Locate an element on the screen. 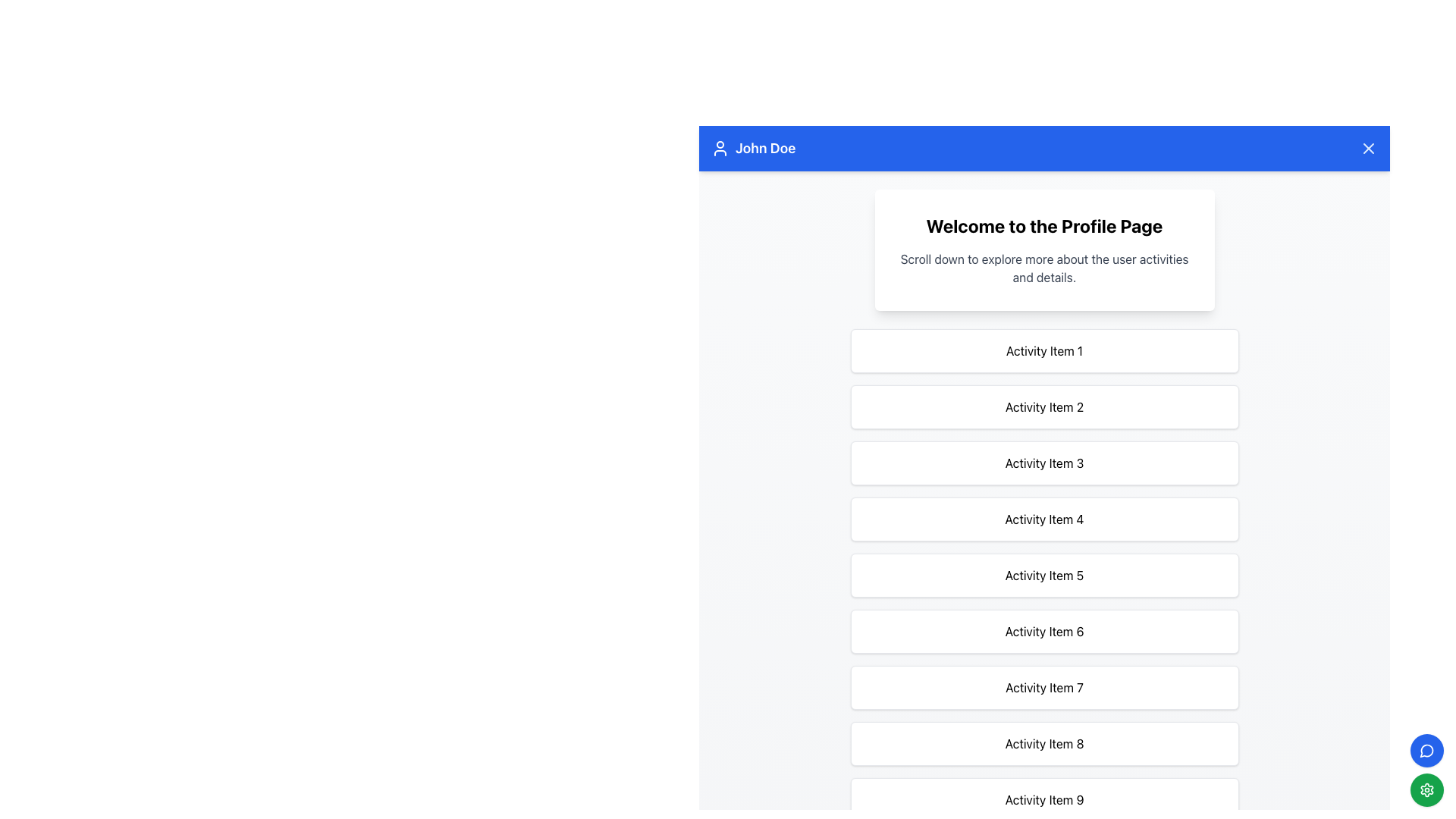  text from the bold label displaying 'John Doe' located in the blue header area, adjacent to the user icon graphic is located at coordinates (765, 149).